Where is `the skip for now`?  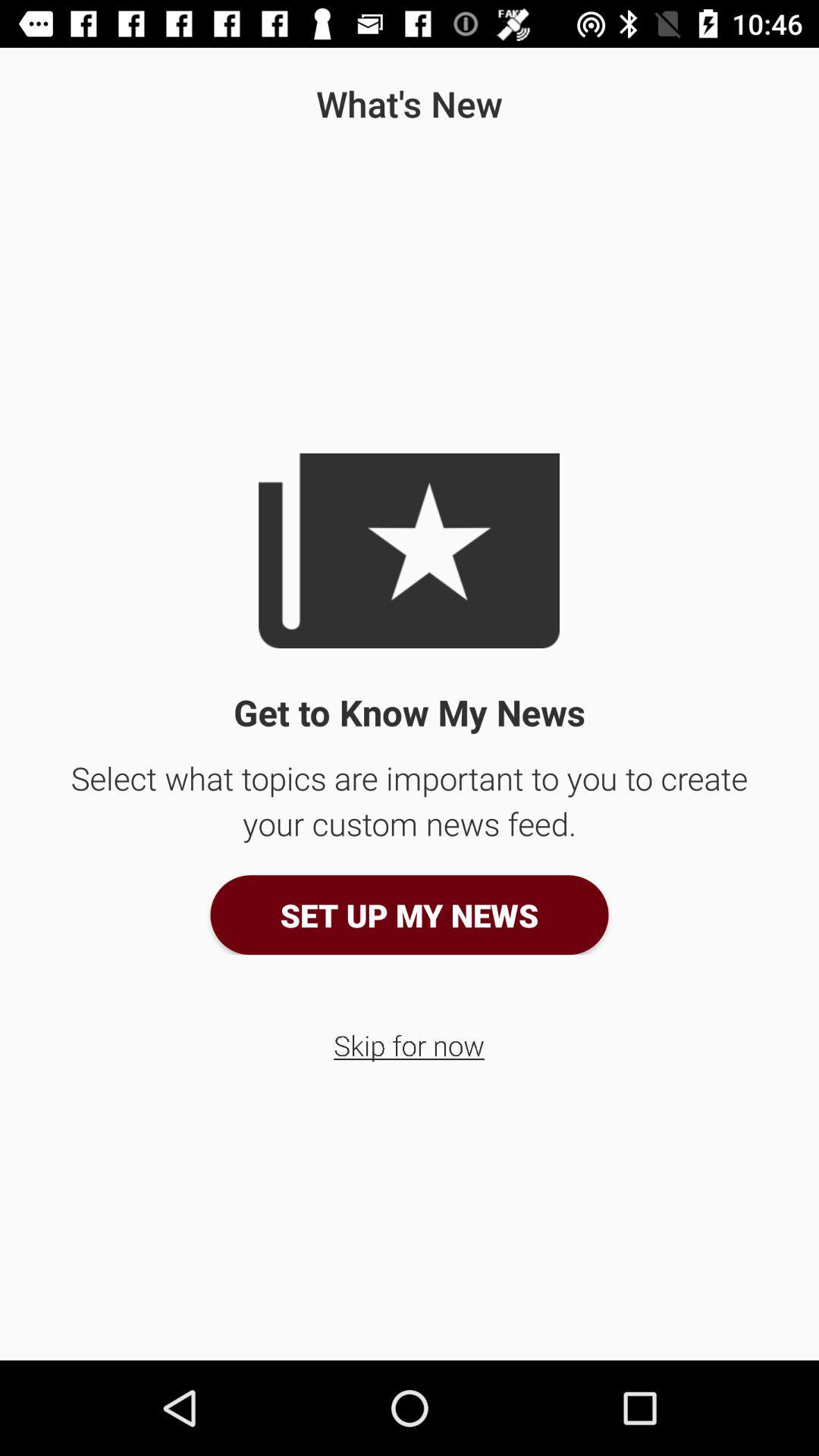 the skip for now is located at coordinates (408, 1044).